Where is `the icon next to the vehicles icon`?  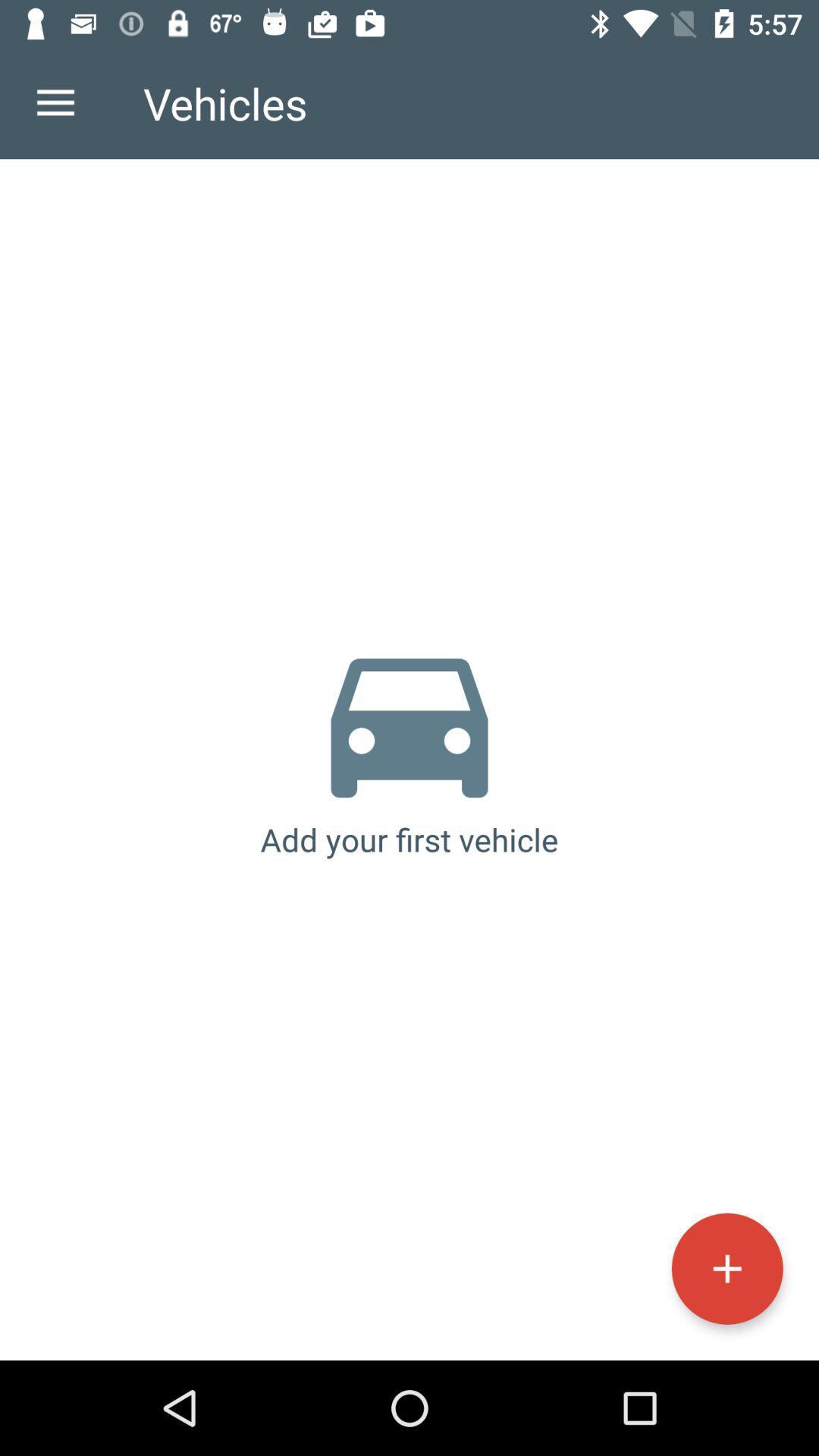
the icon next to the vehicles icon is located at coordinates (55, 102).